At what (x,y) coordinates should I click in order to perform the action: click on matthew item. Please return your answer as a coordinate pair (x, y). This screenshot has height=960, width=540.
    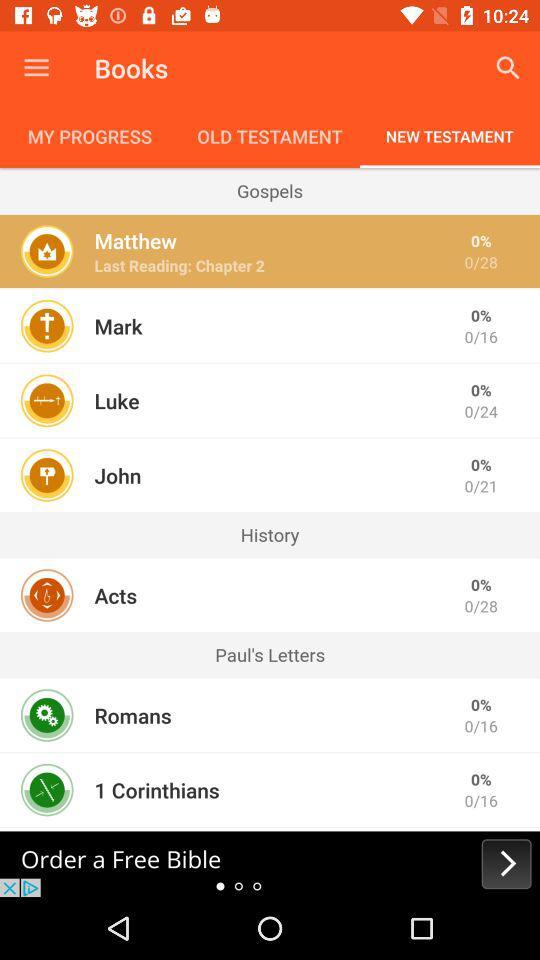
    Looking at the image, I should click on (135, 240).